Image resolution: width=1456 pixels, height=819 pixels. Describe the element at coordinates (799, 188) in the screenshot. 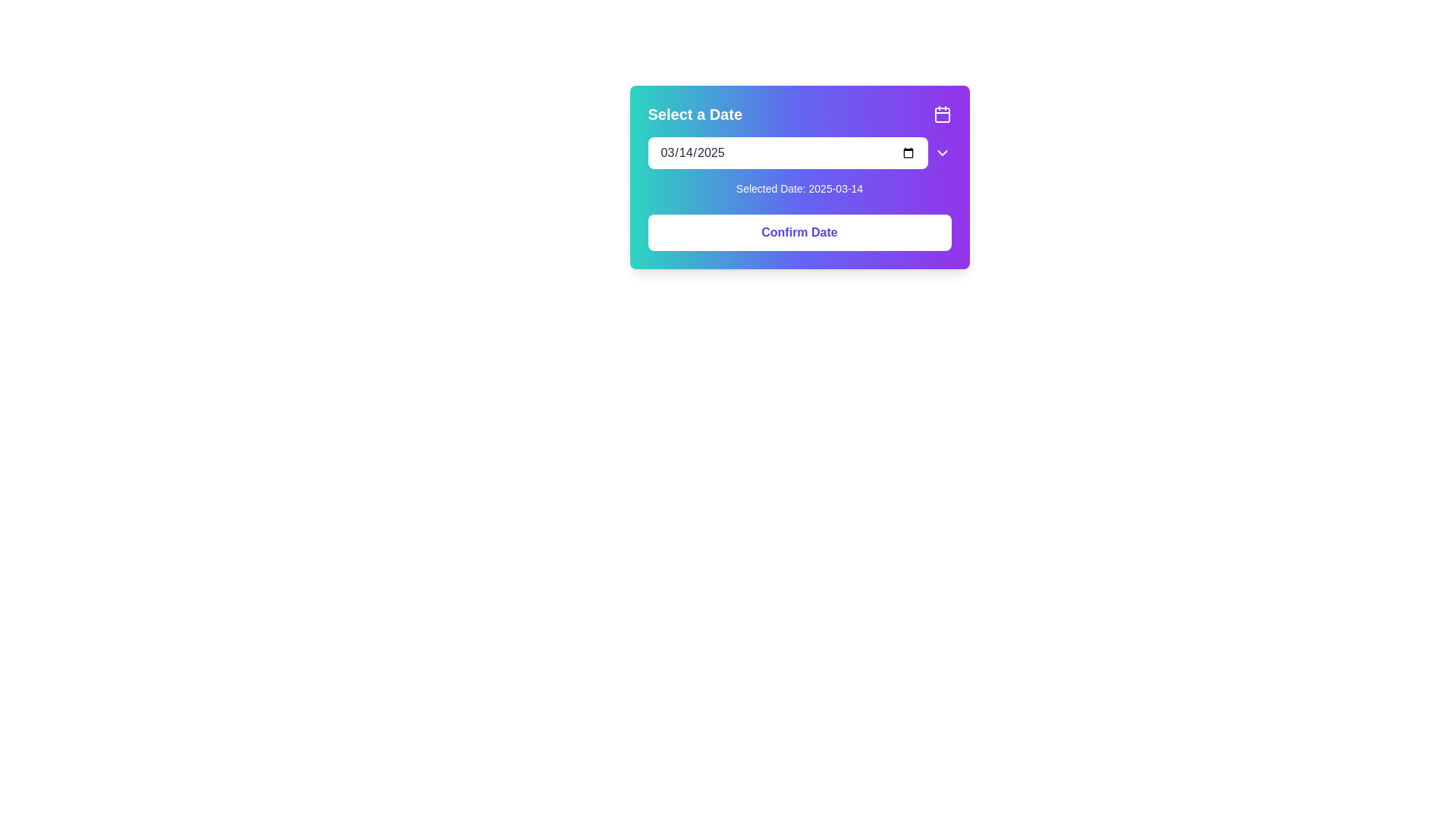

I see `the text label displaying 'Selected Date: 2025-03-14' which is styled in a small font and aligned center within the 'Select a Date' popup card` at that location.